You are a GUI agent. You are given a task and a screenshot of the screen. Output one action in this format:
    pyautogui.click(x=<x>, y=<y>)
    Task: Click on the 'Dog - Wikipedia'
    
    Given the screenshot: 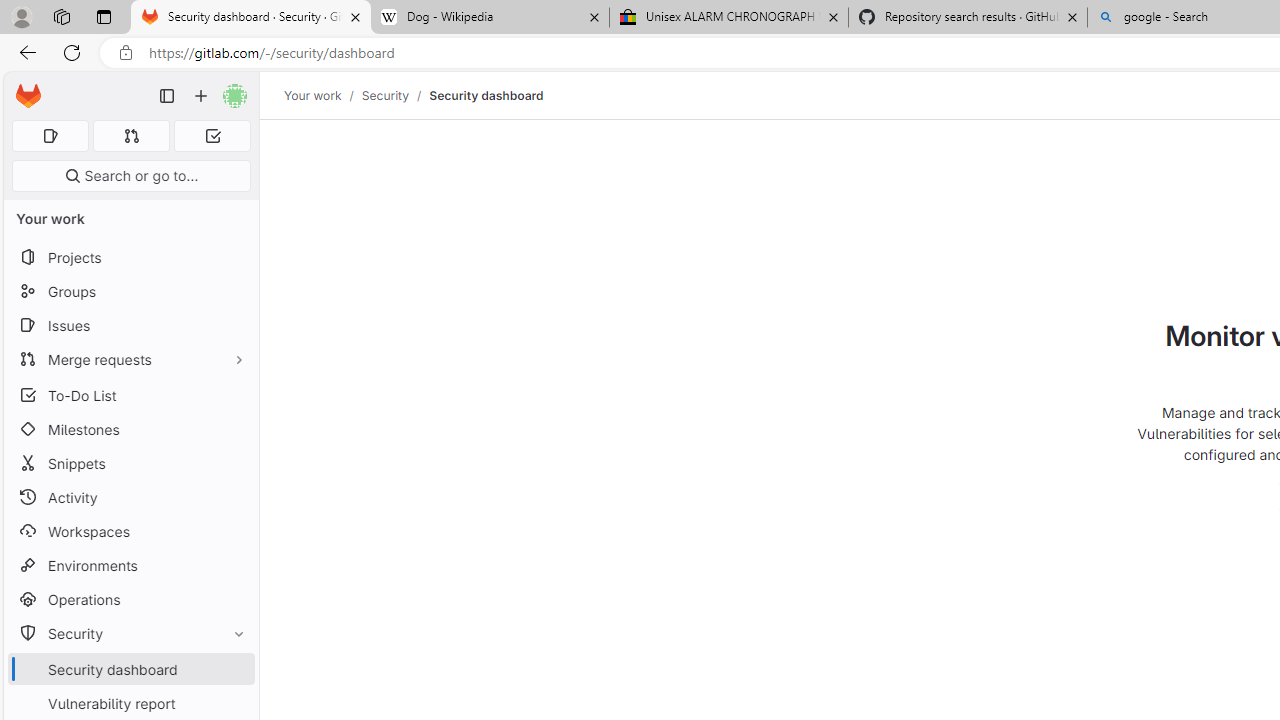 What is the action you would take?
    pyautogui.click(x=490, y=17)
    